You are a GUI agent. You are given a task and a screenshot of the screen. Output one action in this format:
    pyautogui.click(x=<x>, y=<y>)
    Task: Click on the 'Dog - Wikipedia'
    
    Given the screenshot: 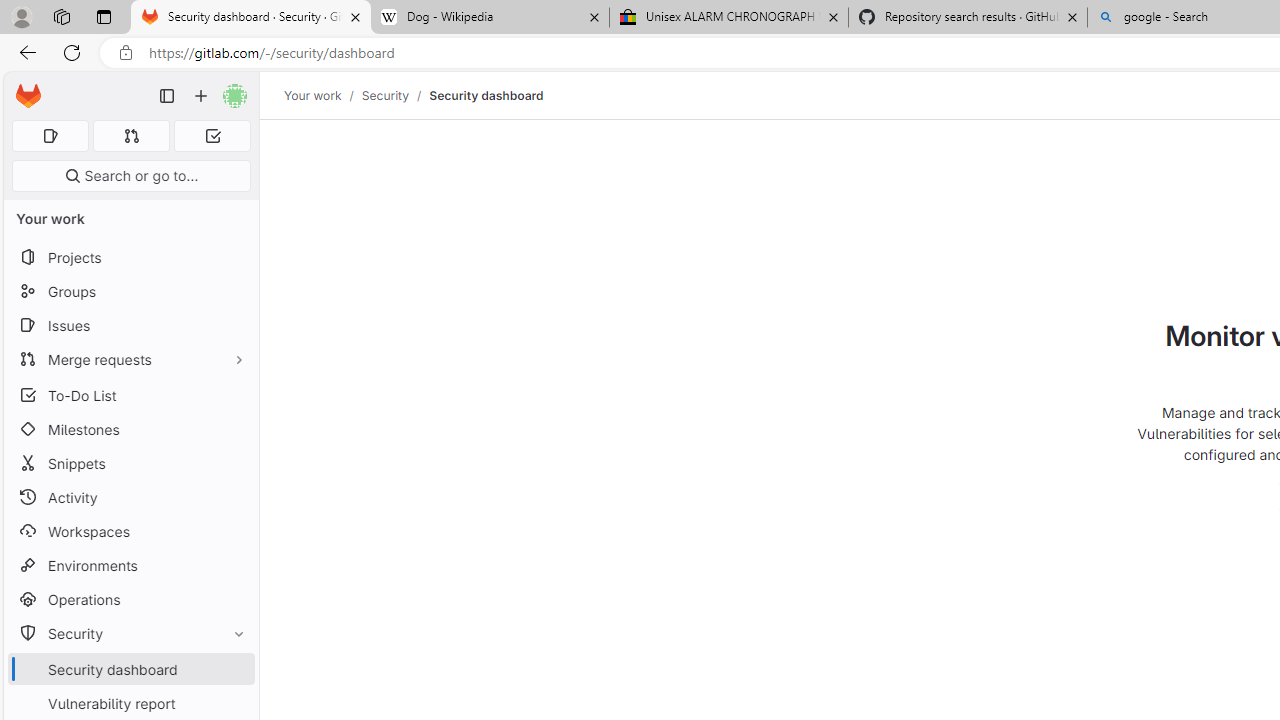 What is the action you would take?
    pyautogui.click(x=490, y=17)
    